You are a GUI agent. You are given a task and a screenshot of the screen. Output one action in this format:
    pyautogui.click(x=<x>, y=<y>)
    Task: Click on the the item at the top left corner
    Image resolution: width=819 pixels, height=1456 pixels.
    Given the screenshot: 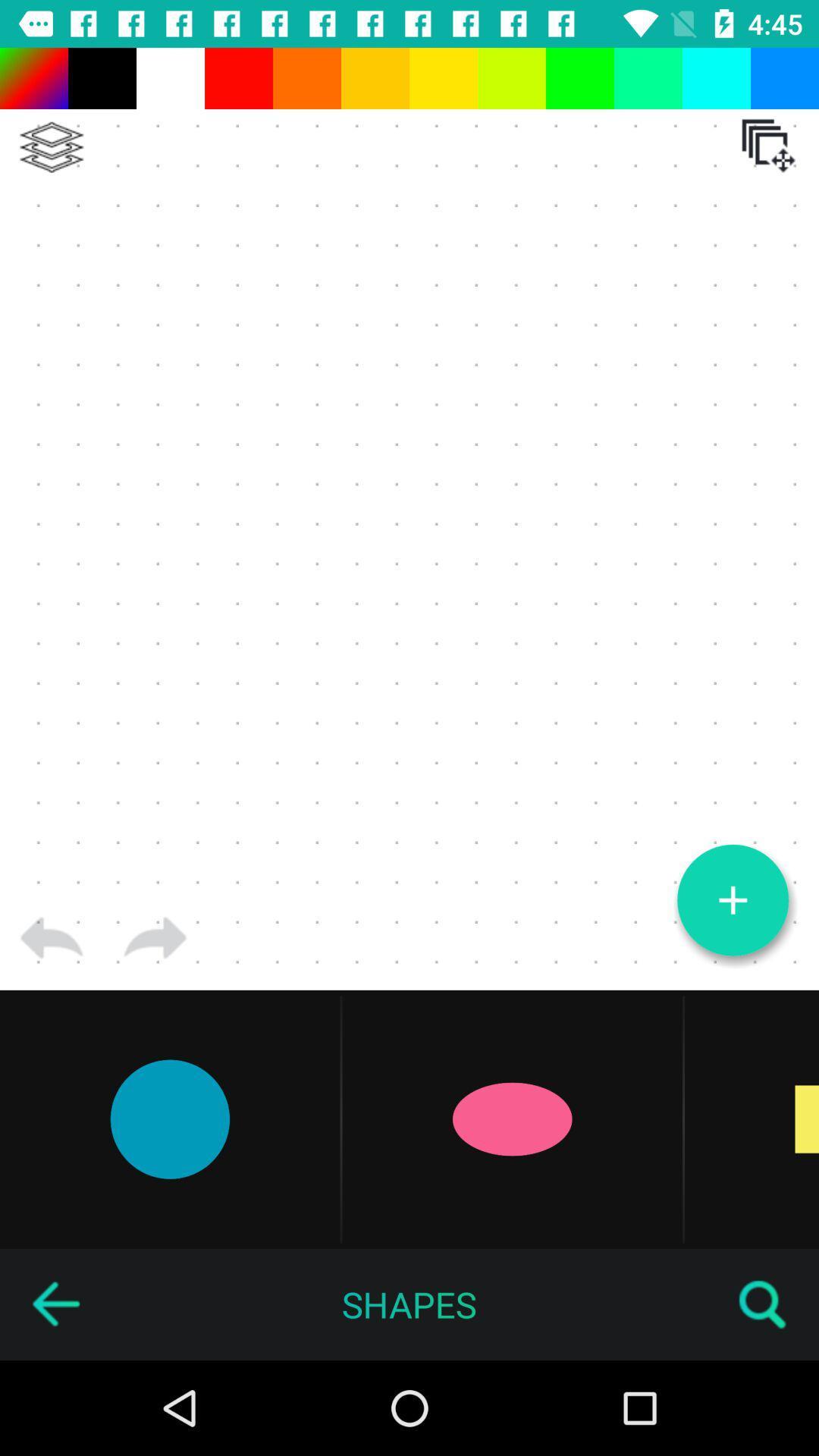 What is the action you would take?
    pyautogui.click(x=51, y=147)
    